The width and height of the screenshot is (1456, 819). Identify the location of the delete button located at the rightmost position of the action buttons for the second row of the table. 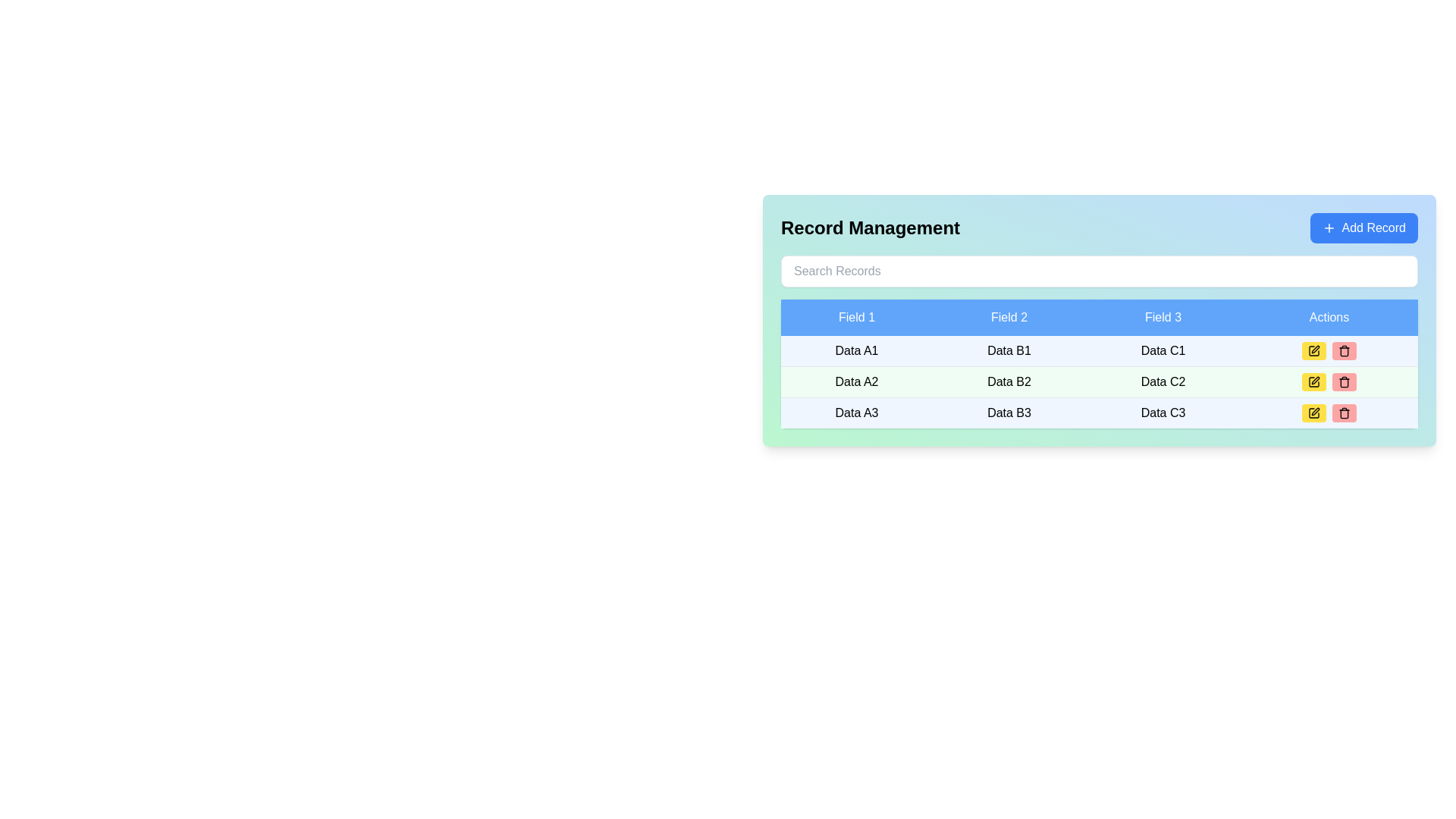
(1344, 381).